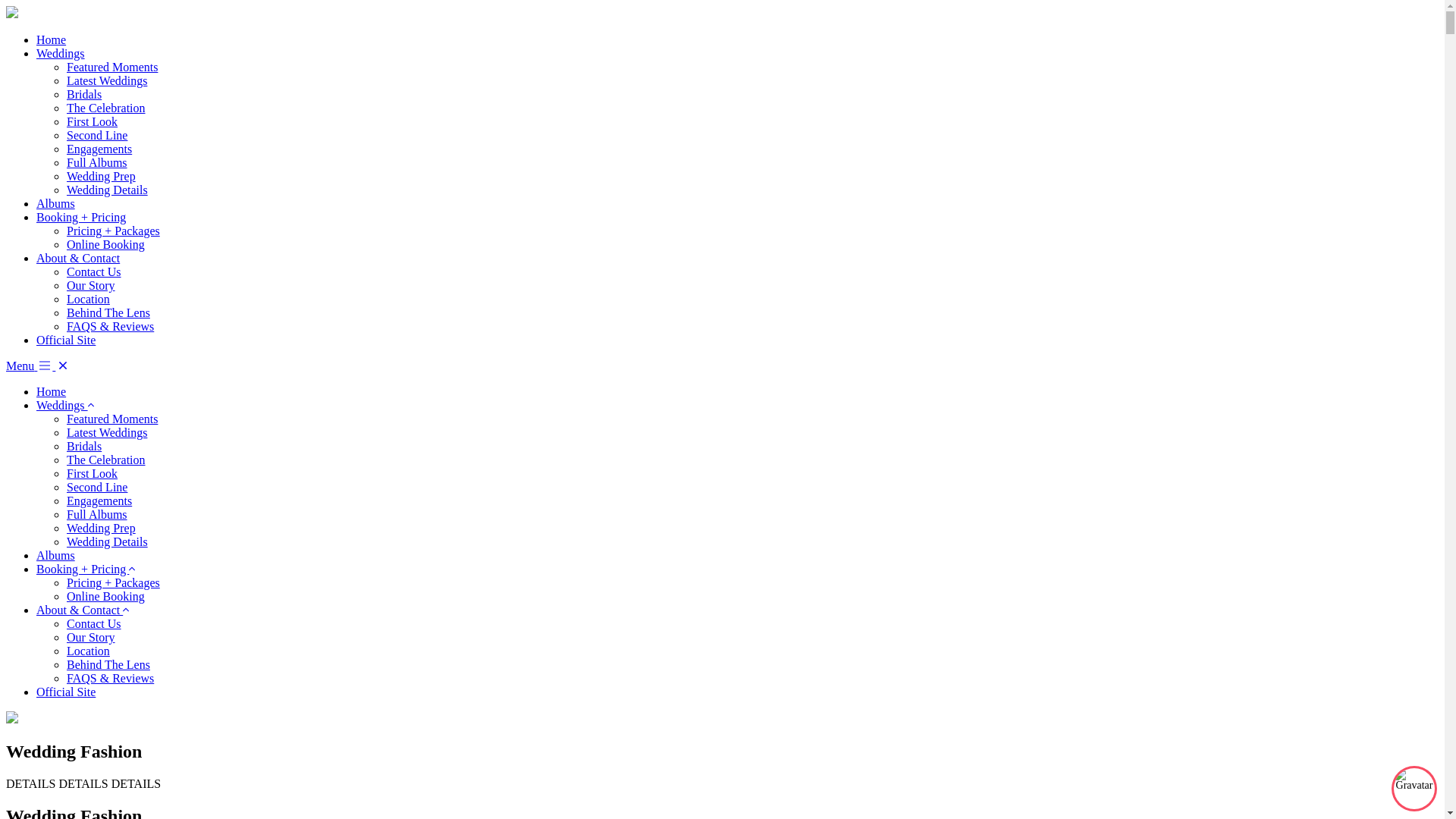  Describe the element at coordinates (100, 175) in the screenshot. I see `'Wedding Prep'` at that location.